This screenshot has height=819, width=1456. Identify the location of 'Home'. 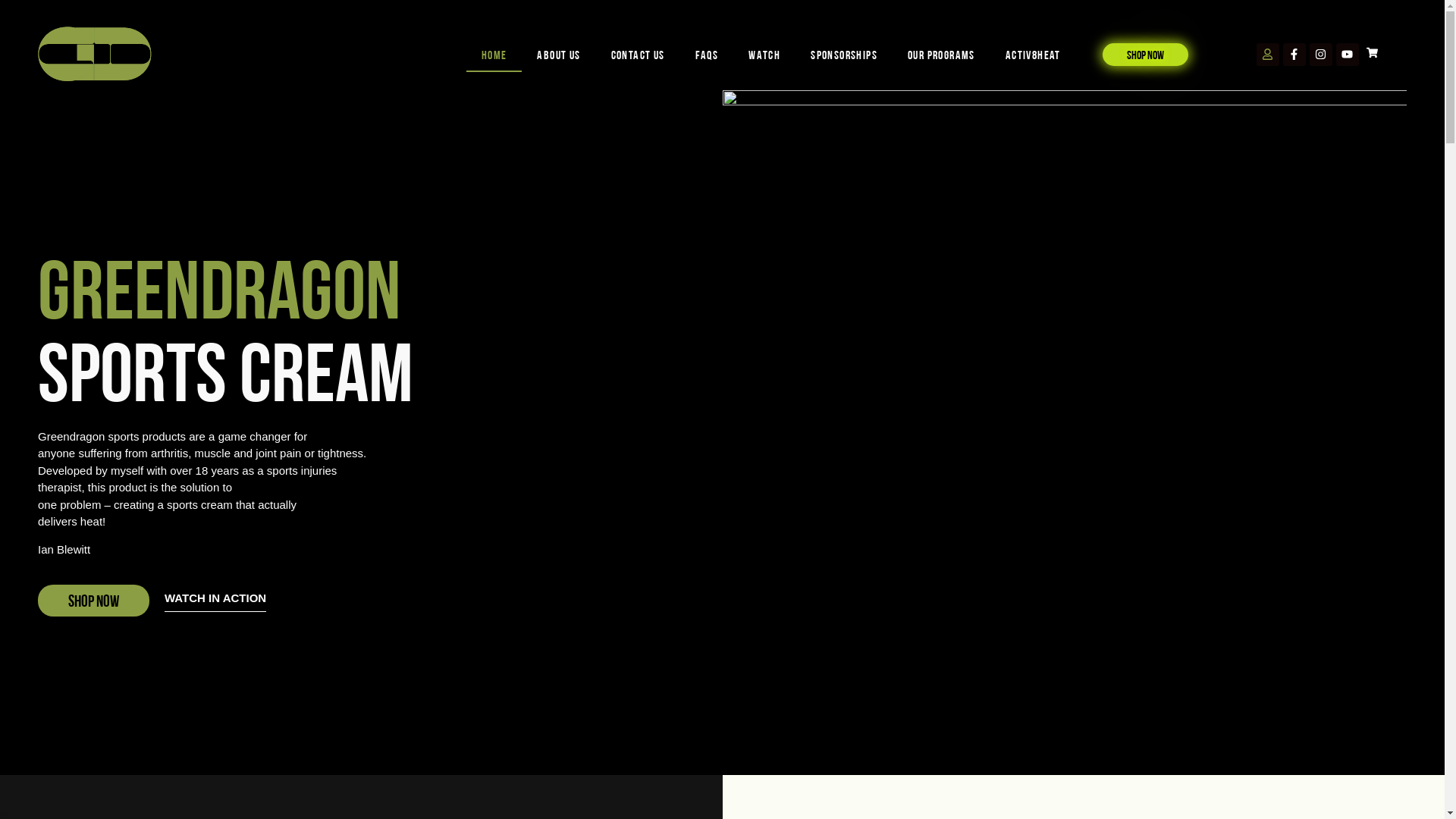
(494, 52).